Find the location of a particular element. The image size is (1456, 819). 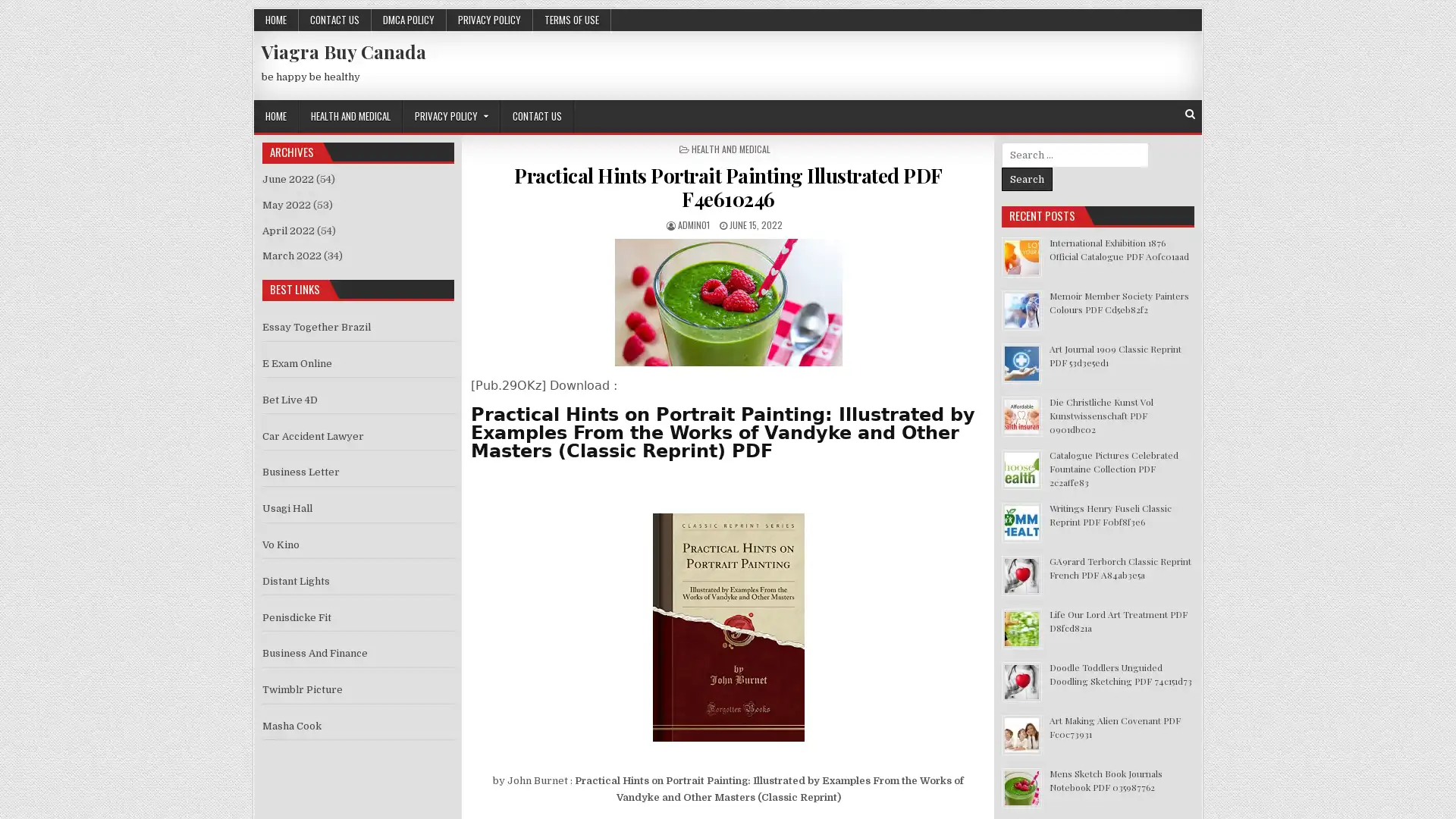

Search is located at coordinates (1027, 178).